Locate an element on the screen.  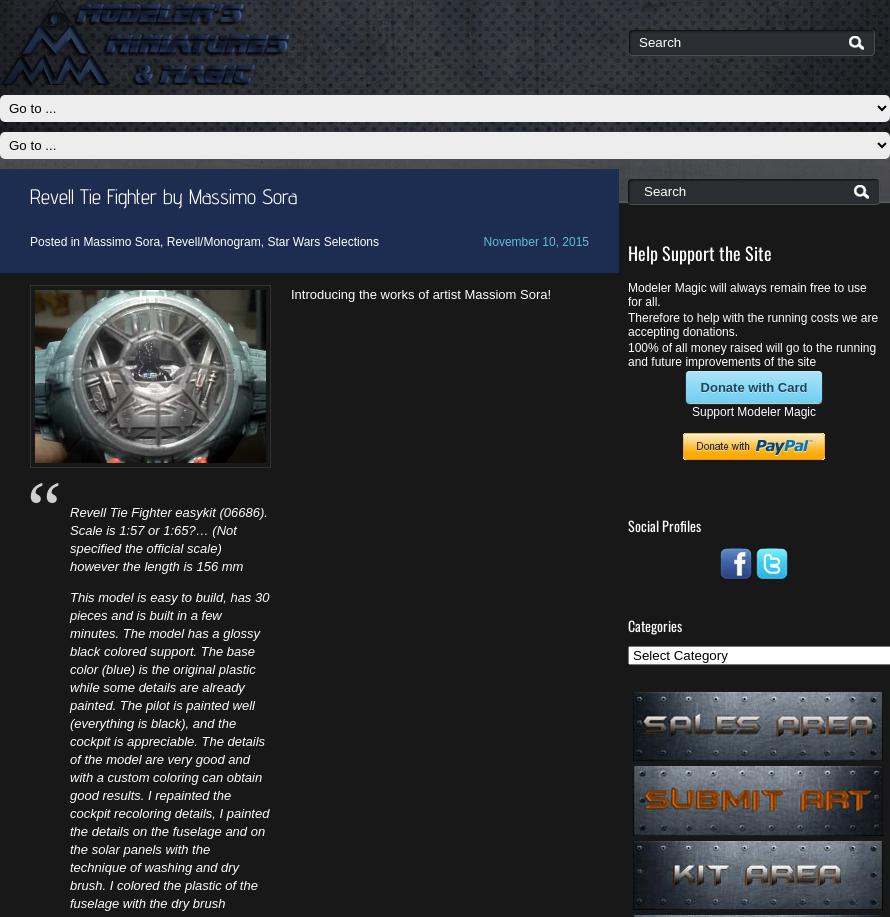
'Support Modeler Magic' is located at coordinates (753, 410).